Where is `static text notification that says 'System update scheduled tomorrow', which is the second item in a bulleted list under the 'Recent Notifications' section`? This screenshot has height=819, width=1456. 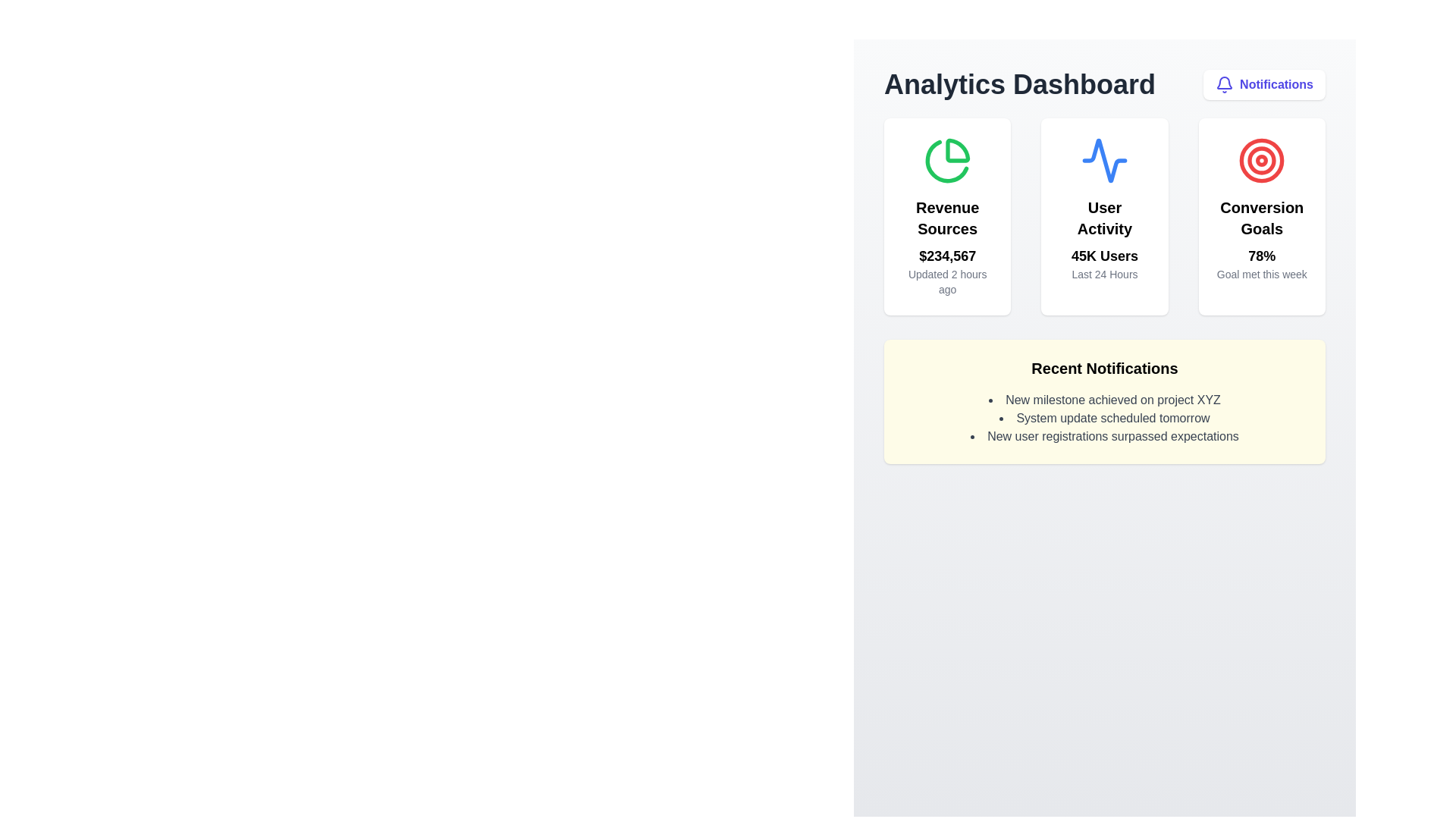 static text notification that says 'System update scheduled tomorrow', which is the second item in a bulleted list under the 'Recent Notifications' section is located at coordinates (1105, 418).